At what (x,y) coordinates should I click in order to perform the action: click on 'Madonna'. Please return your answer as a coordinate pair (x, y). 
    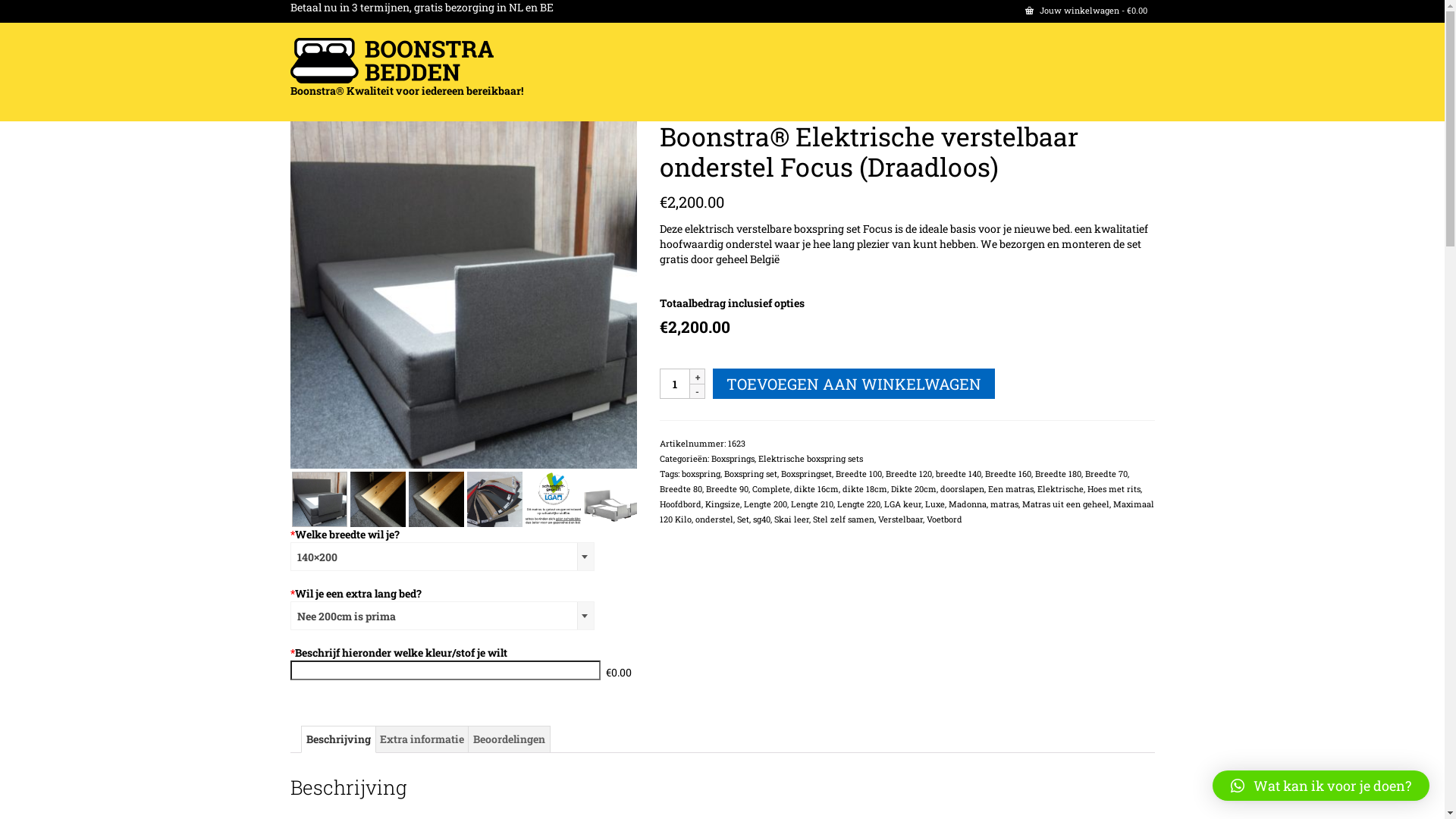
    Looking at the image, I should click on (948, 504).